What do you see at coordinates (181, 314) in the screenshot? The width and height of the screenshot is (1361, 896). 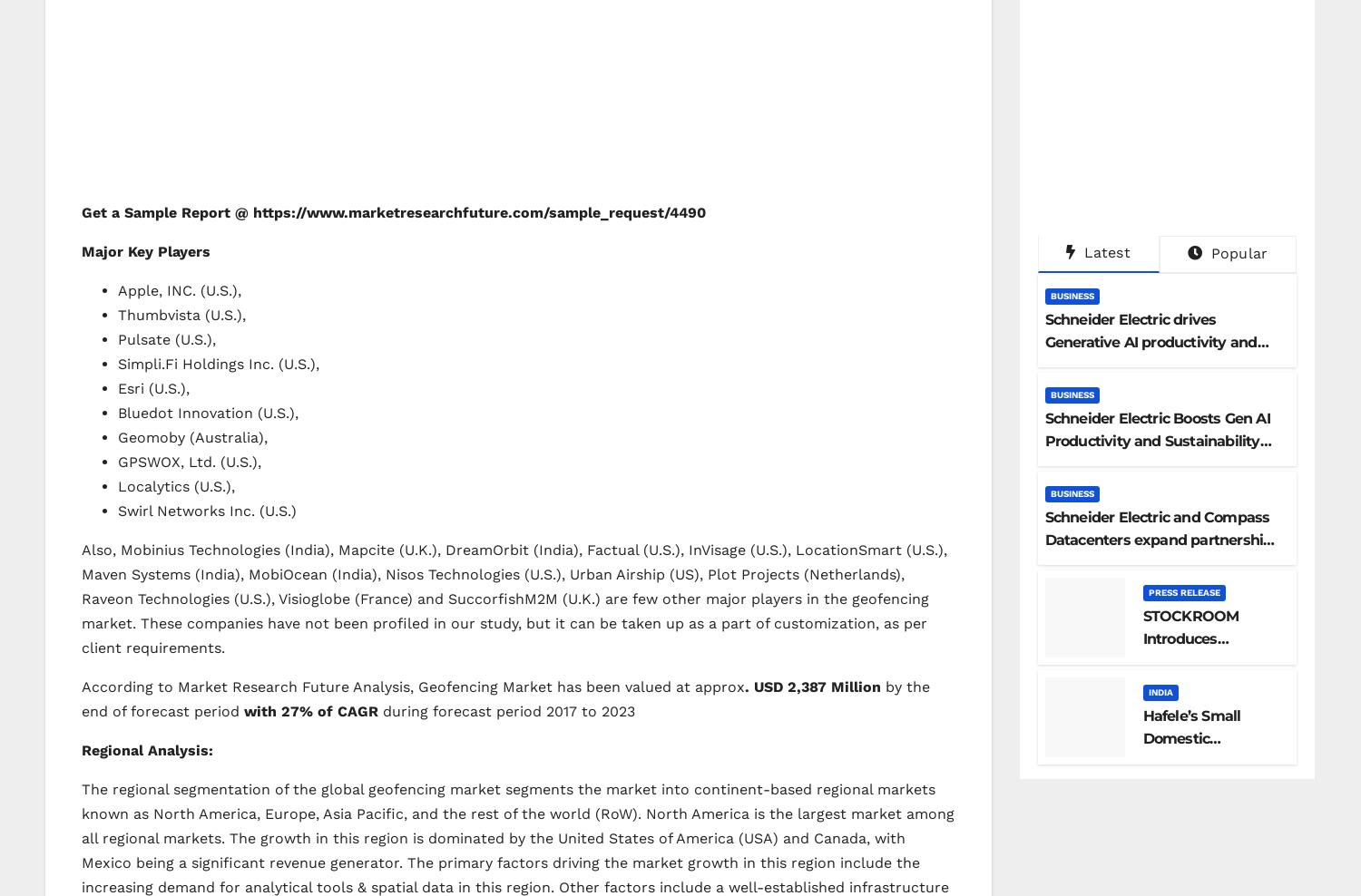 I see `'Thumbvista (U.S.),'` at bounding box center [181, 314].